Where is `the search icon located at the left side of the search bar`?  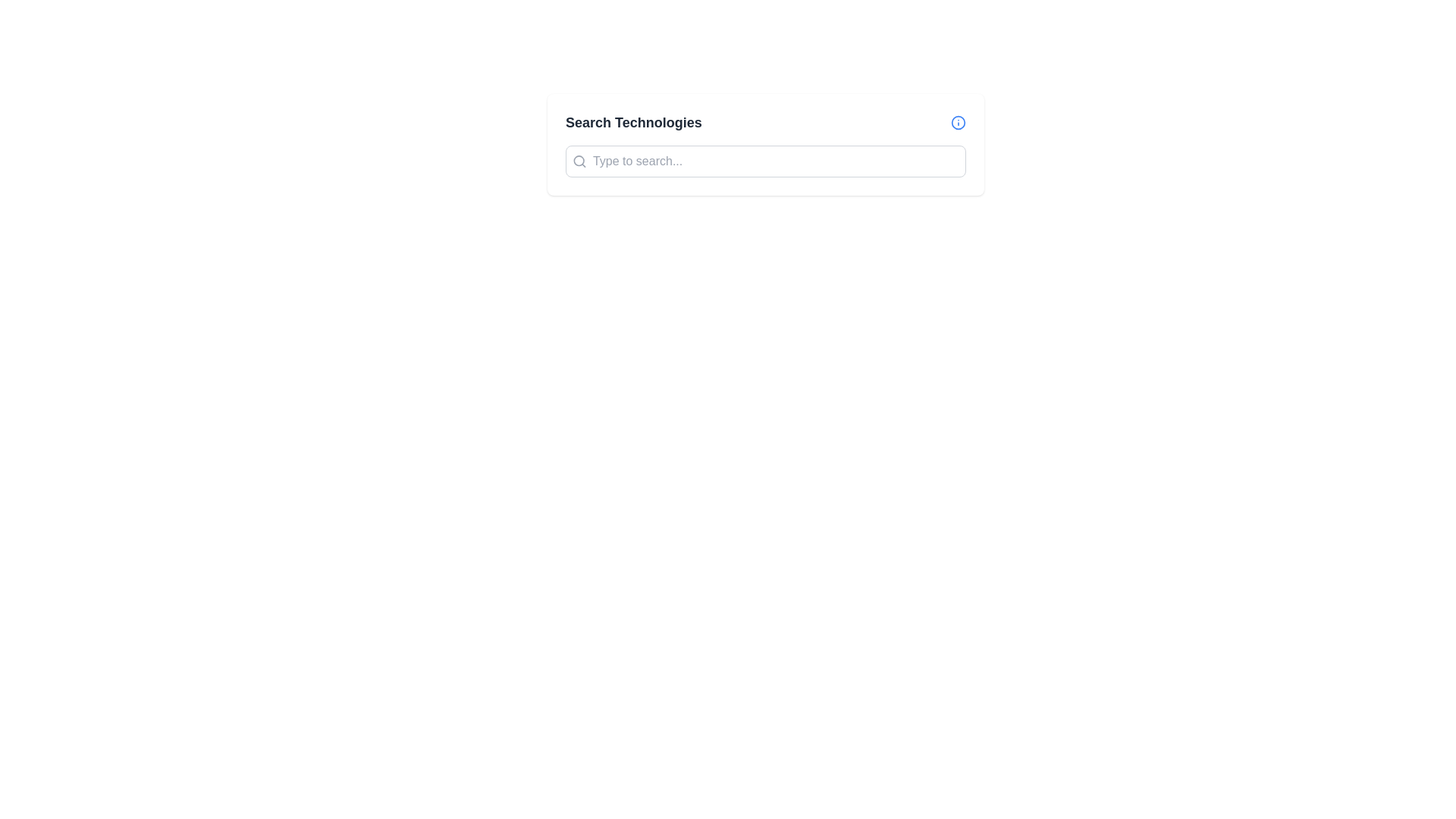 the search icon located at the left side of the search bar is located at coordinates (579, 161).